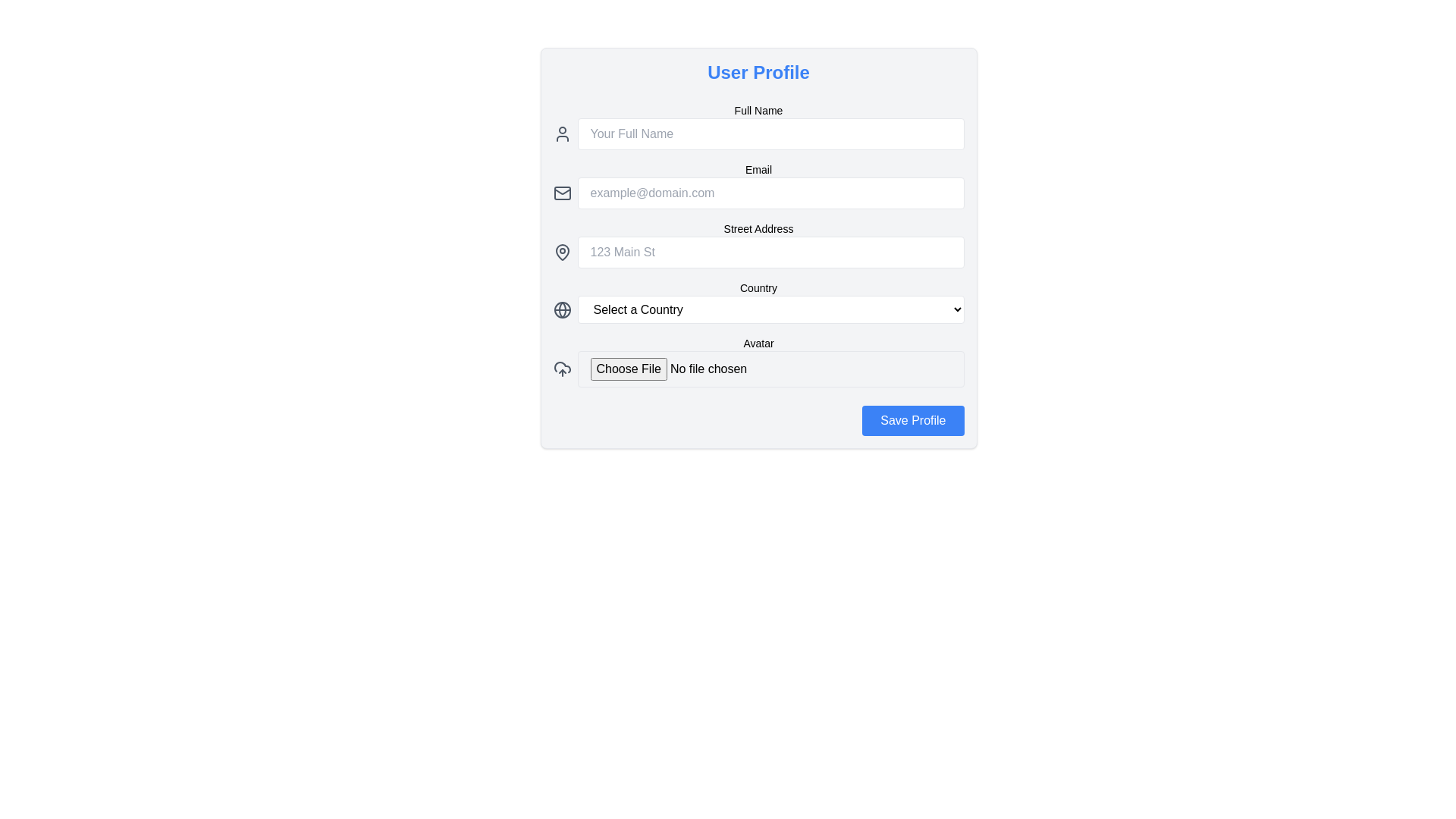 This screenshot has height=819, width=1456. Describe the element at coordinates (561, 192) in the screenshot. I see `the email input icon located to the left of the 'Email' input field, which visually indicates that the associated input field is for an email address` at that location.